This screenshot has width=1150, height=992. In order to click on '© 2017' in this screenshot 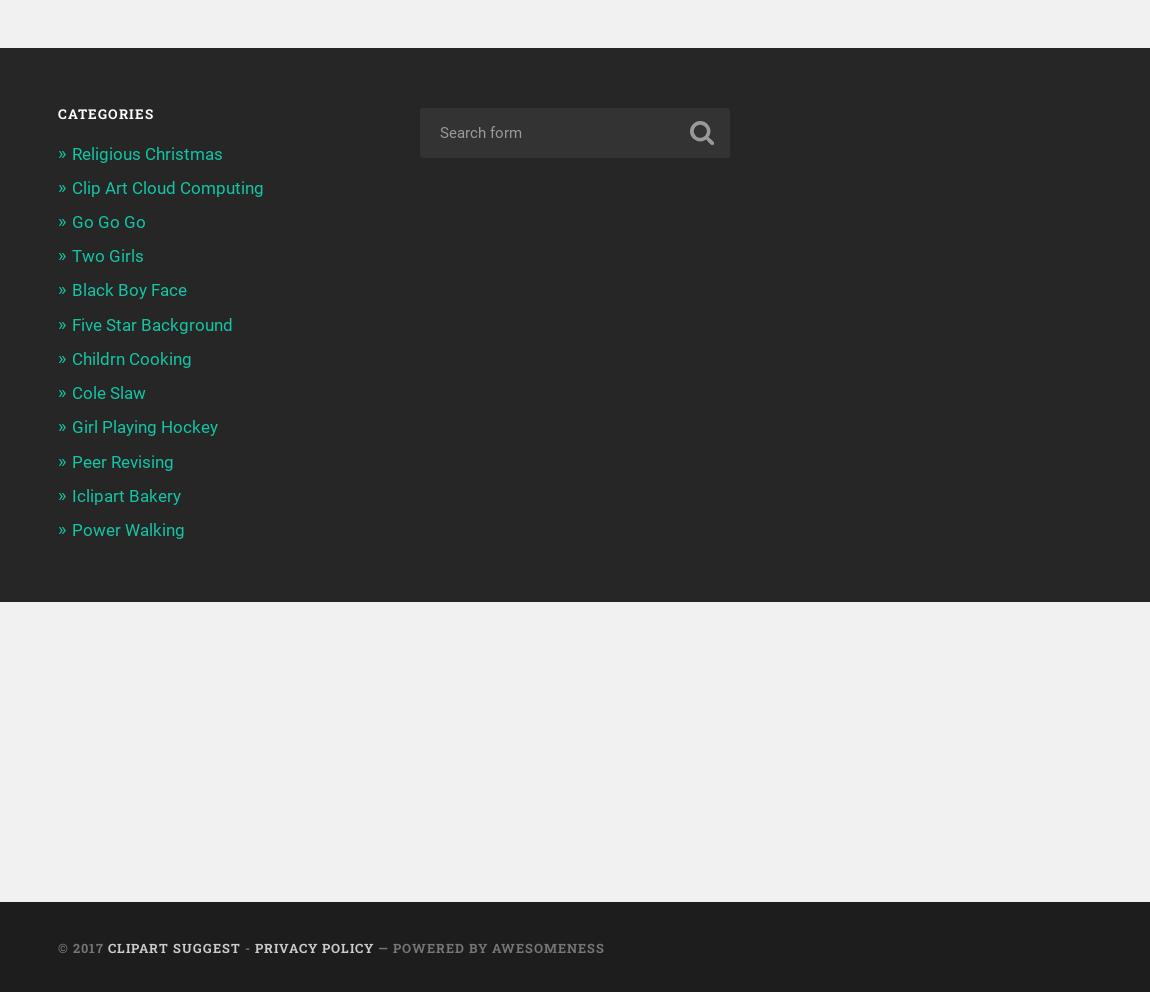, I will do `click(80, 946)`.